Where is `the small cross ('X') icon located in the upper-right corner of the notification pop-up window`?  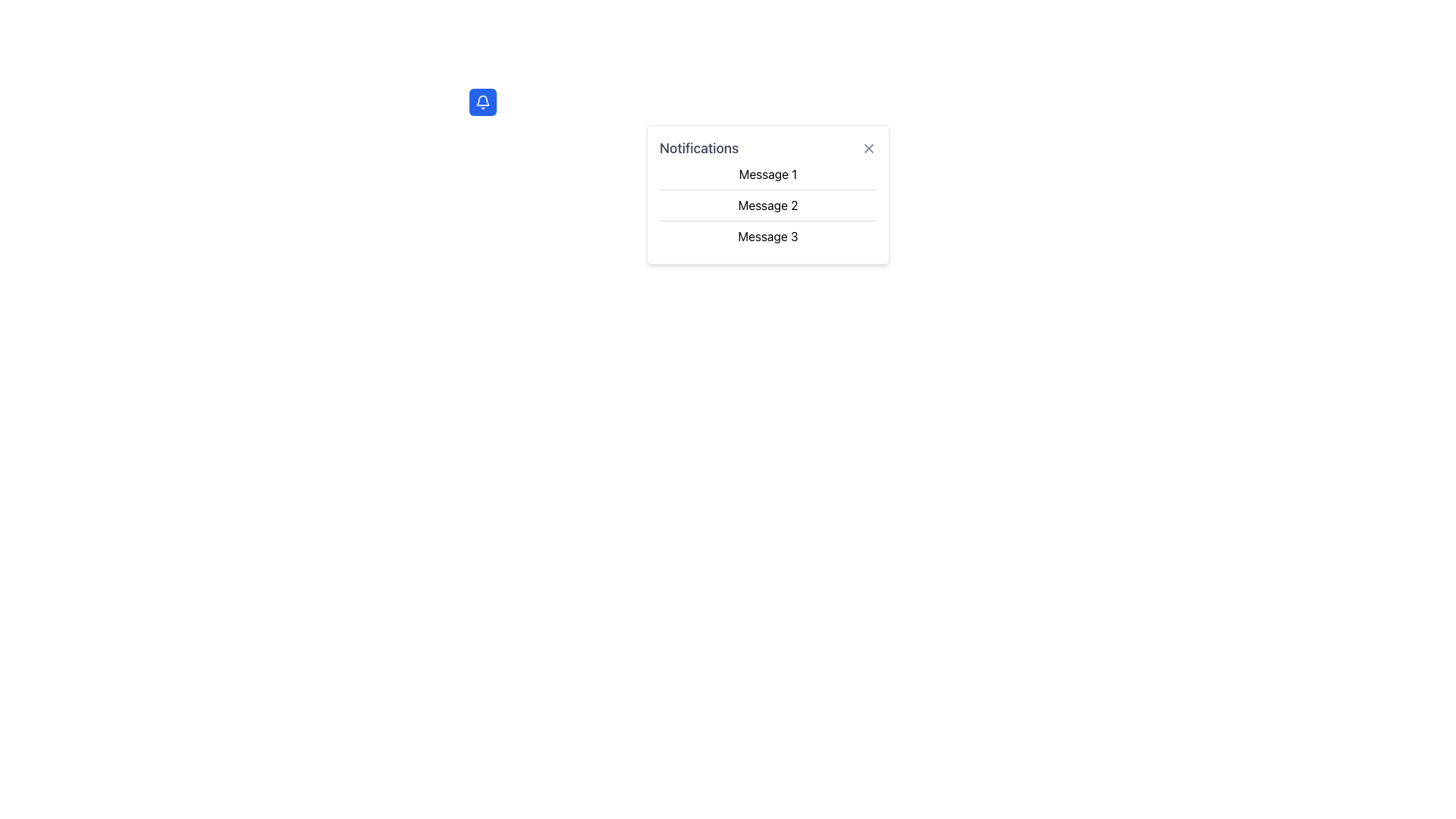
the small cross ('X') icon located in the upper-right corner of the notification pop-up window is located at coordinates (869, 149).